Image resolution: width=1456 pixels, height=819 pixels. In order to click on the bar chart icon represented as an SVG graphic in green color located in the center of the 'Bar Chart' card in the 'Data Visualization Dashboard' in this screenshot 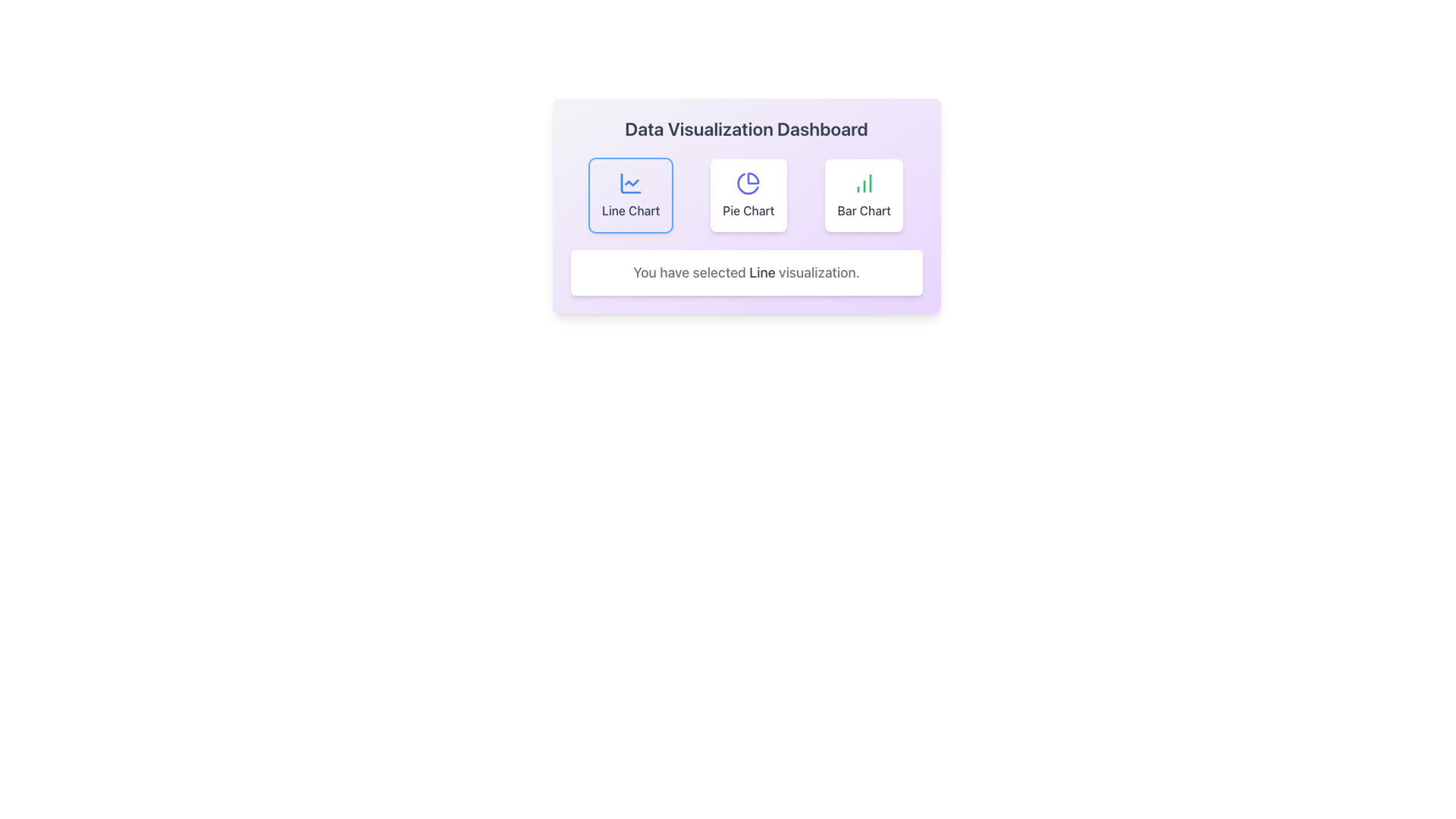, I will do `click(864, 183)`.